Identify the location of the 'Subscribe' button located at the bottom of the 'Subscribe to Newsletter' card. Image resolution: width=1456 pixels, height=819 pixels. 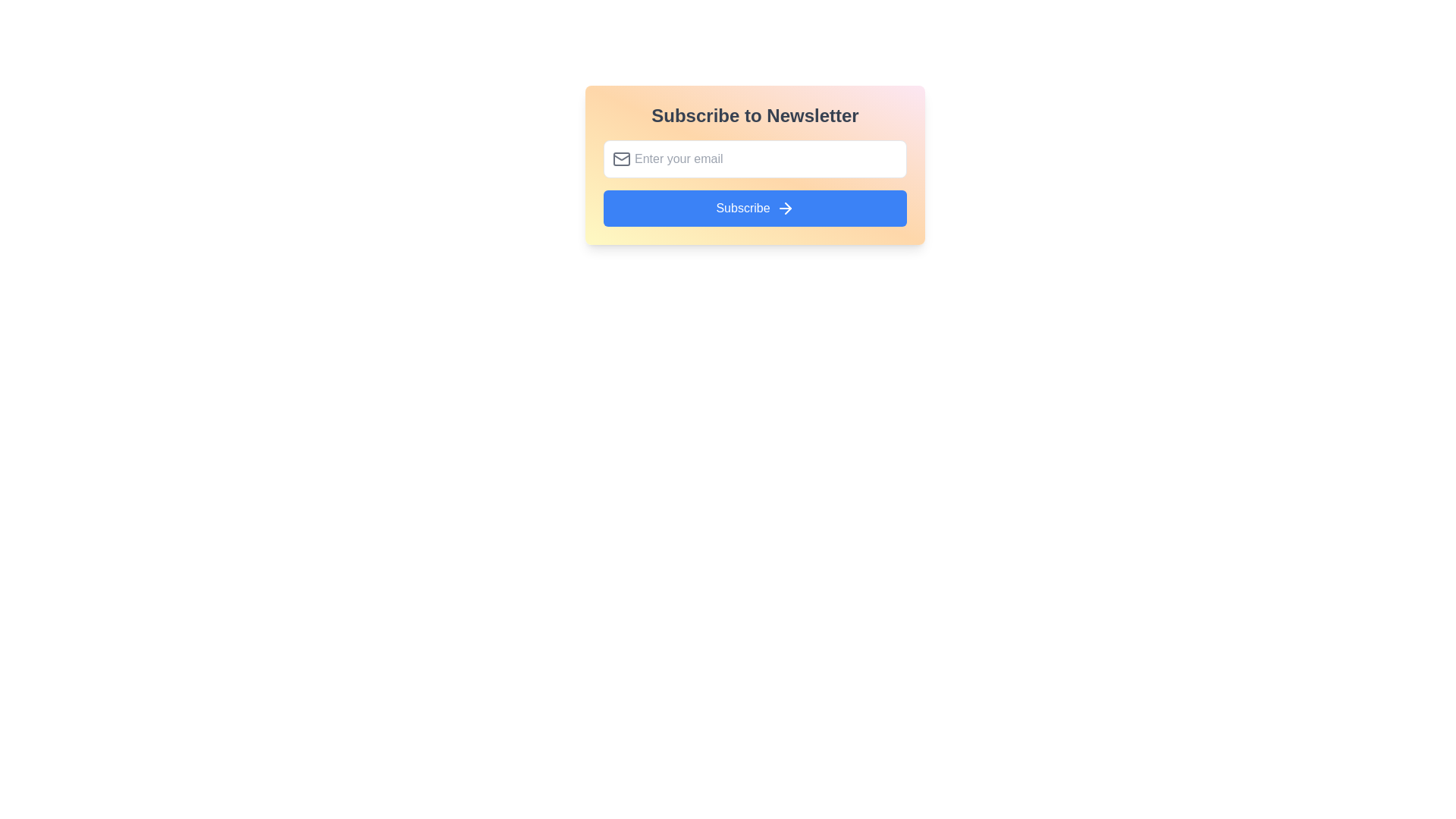
(755, 208).